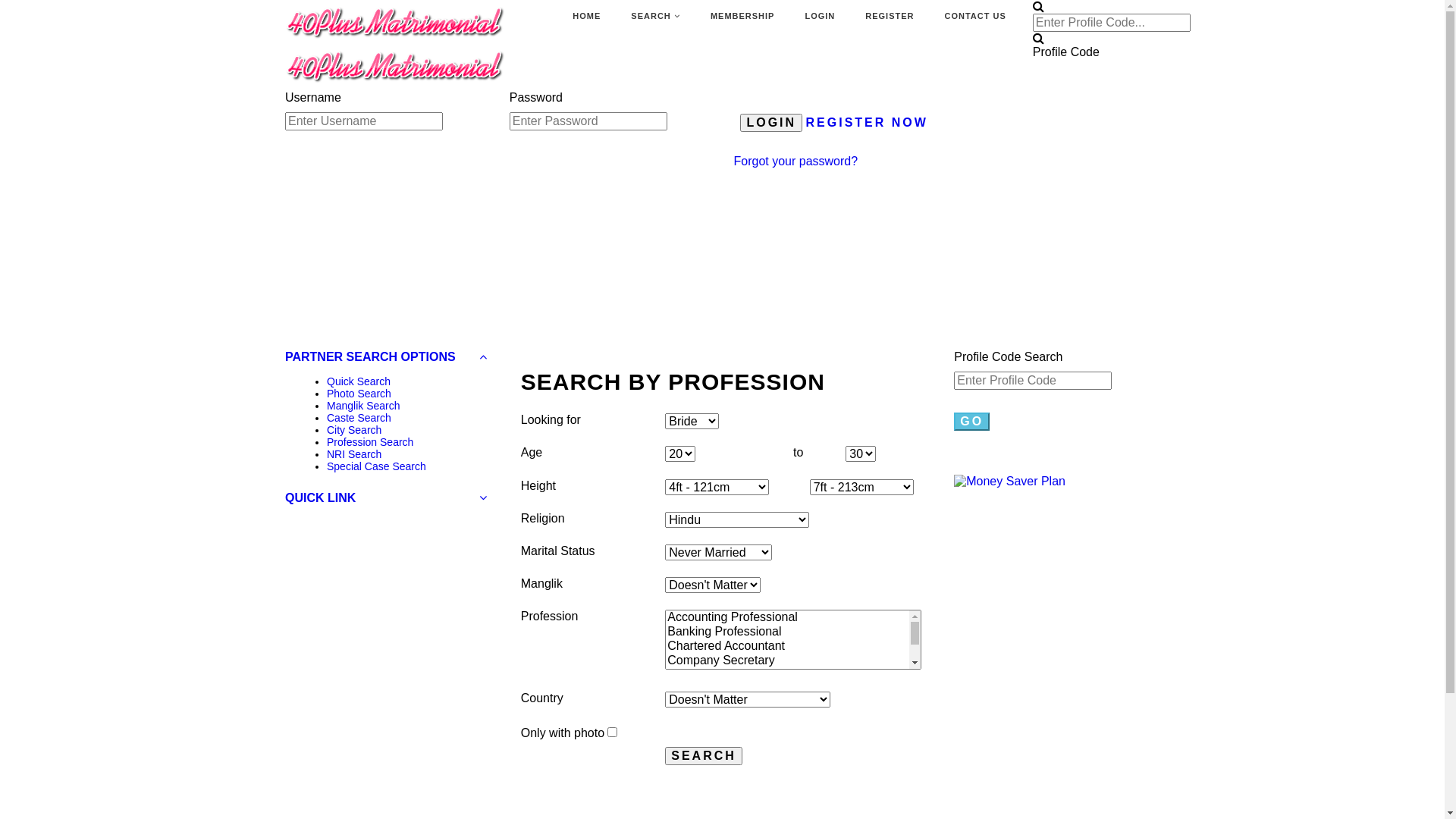 This screenshot has height=819, width=1456. Describe the element at coordinates (865, 17) in the screenshot. I see `'REGISTER'` at that location.